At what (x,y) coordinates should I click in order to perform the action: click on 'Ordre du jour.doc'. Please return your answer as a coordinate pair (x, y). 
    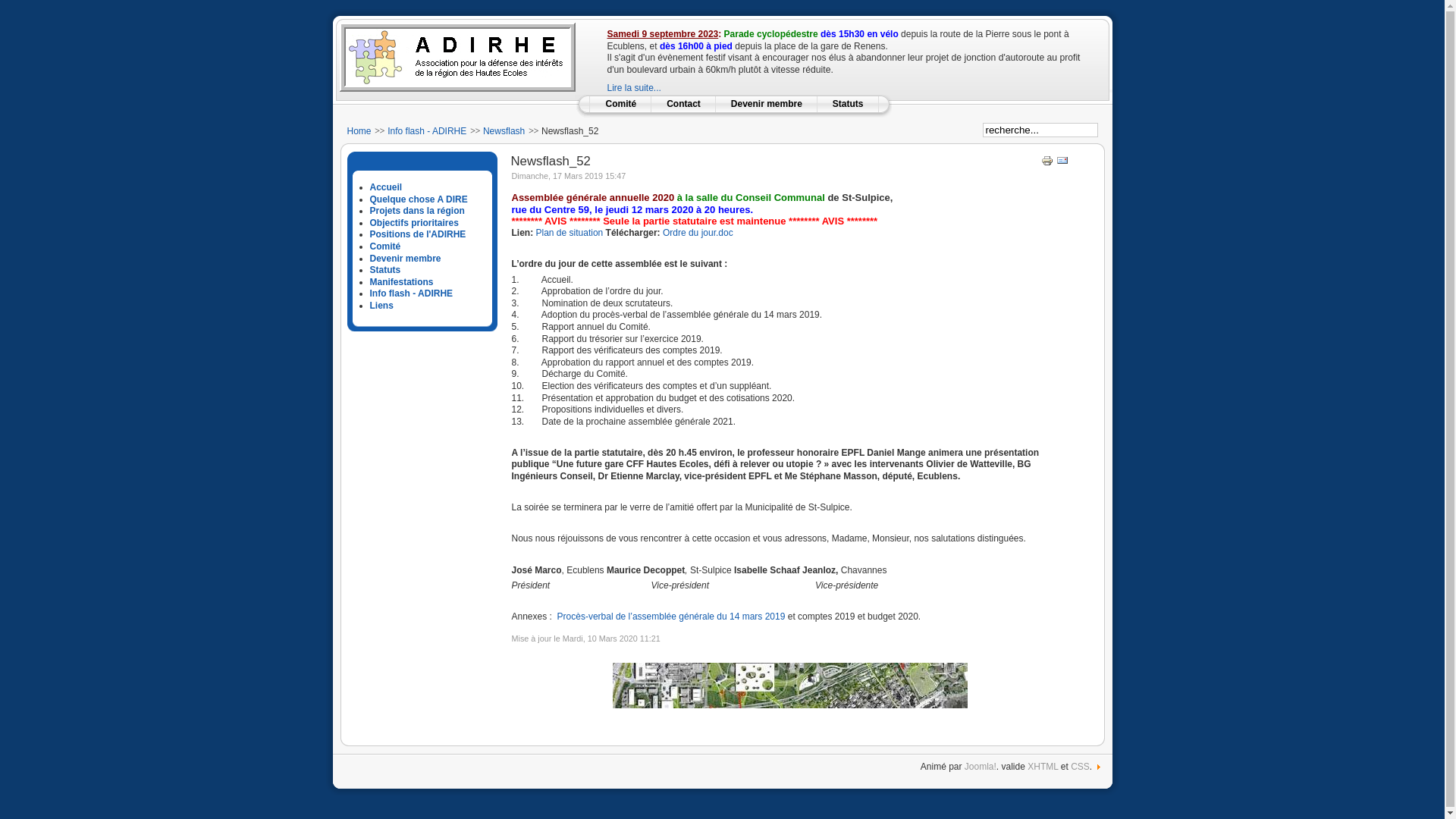
    Looking at the image, I should click on (697, 233).